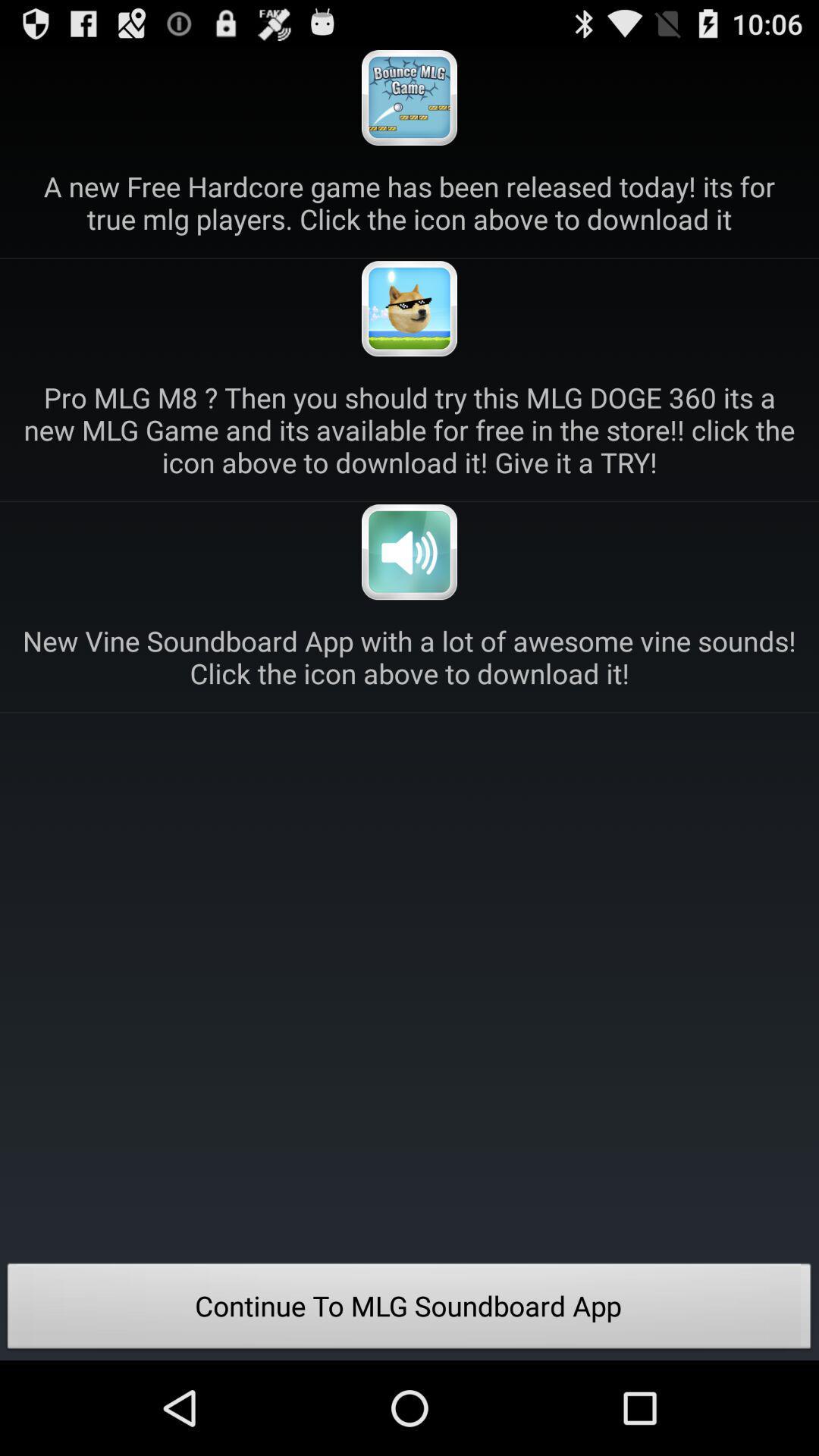 The width and height of the screenshot is (819, 1456). What do you see at coordinates (409, 551) in the screenshot?
I see `download new vine sounds` at bounding box center [409, 551].